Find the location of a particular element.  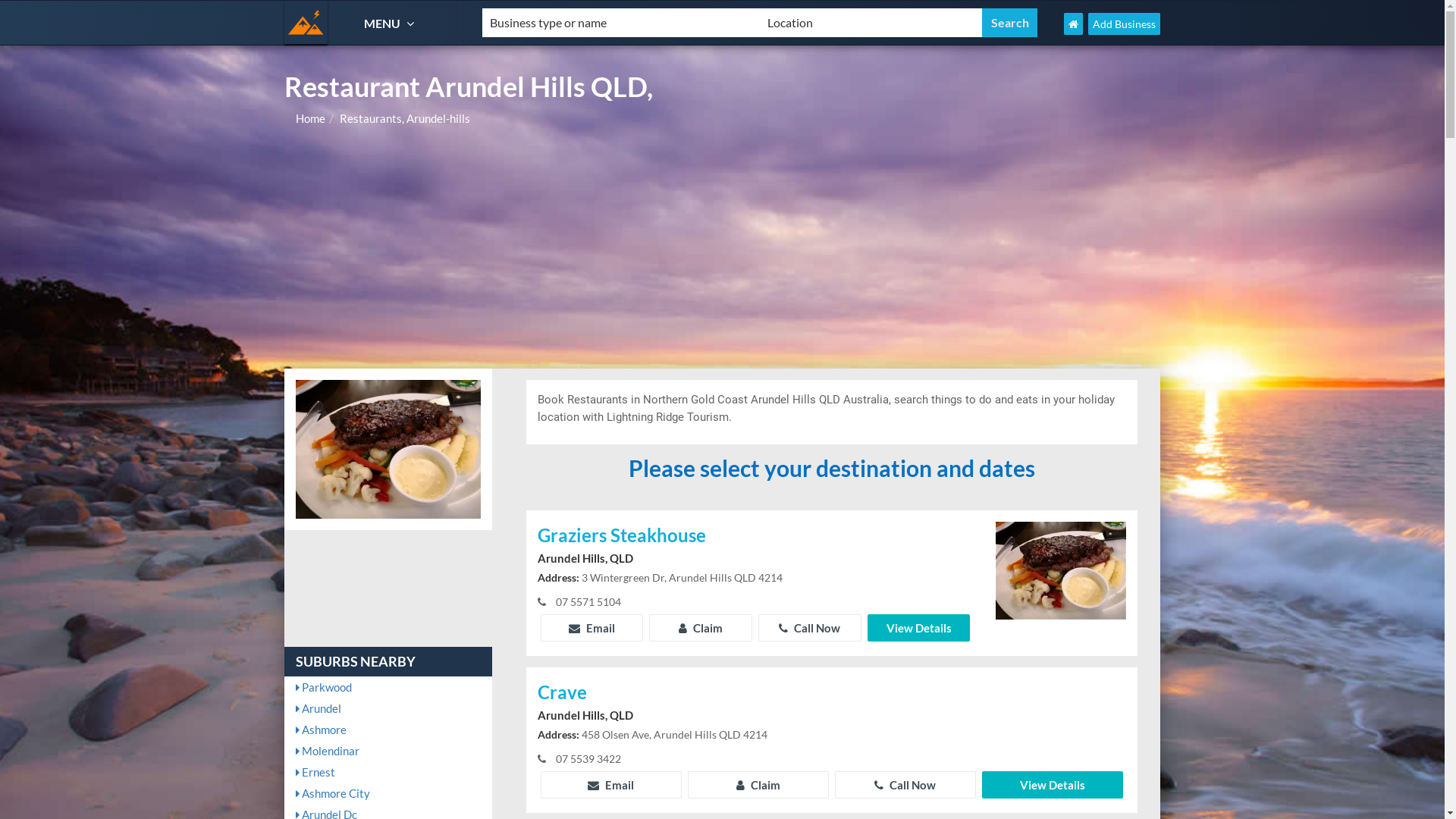

'Call Now' is located at coordinates (758, 628).